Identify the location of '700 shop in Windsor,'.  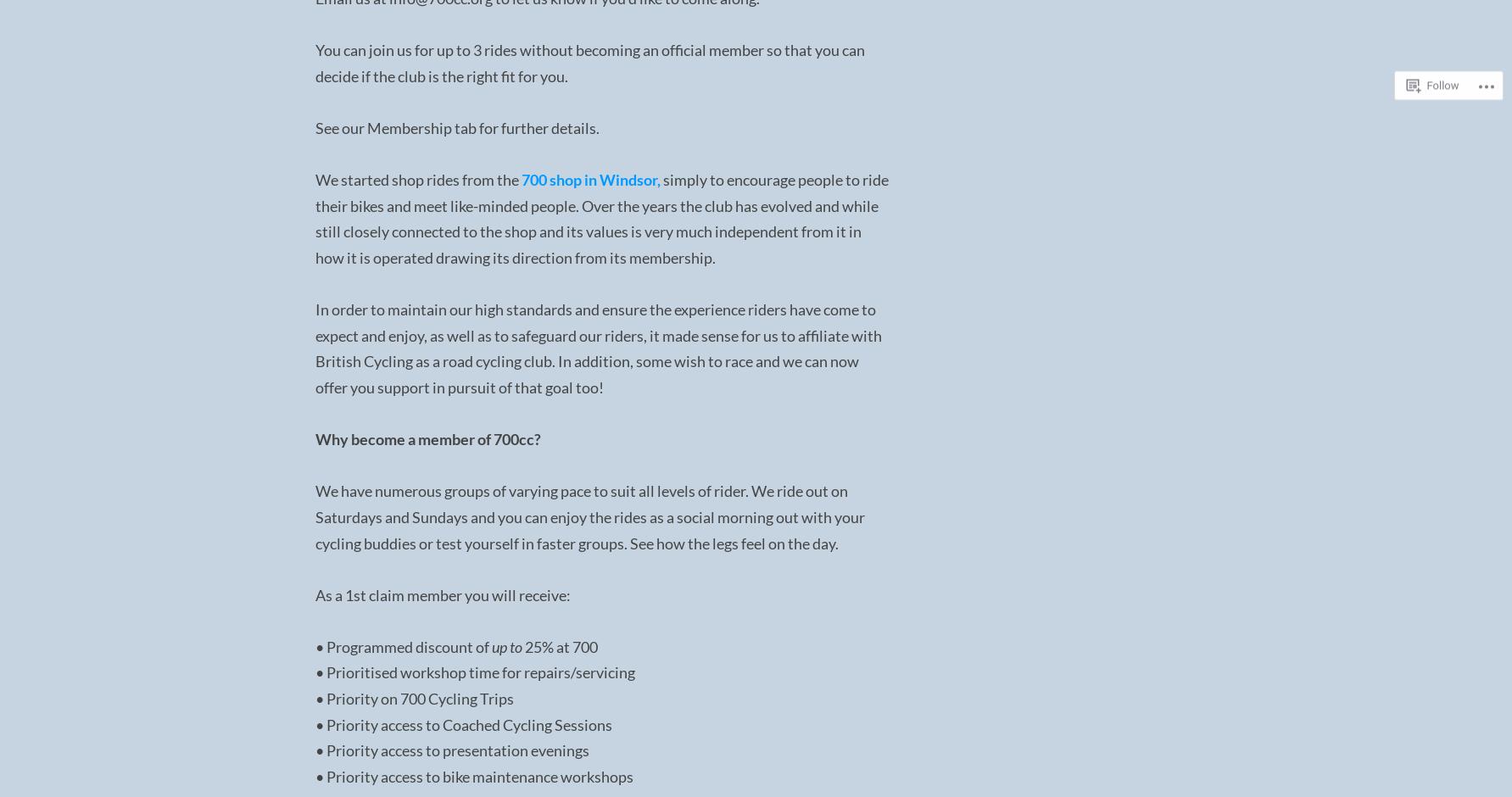
(589, 178).